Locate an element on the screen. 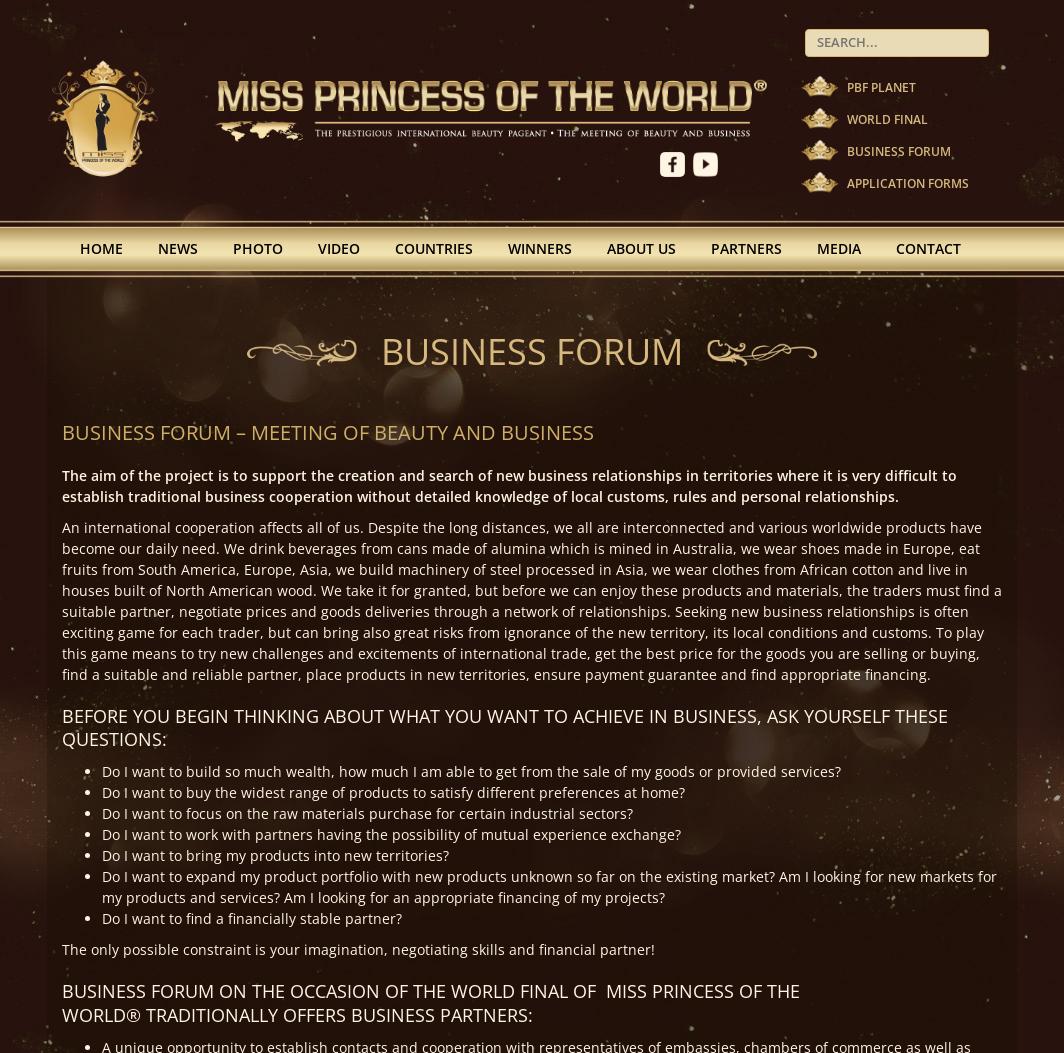 This screenshot has height=1053, width=1064. 'Contact' is located at coordinates (895, 246).